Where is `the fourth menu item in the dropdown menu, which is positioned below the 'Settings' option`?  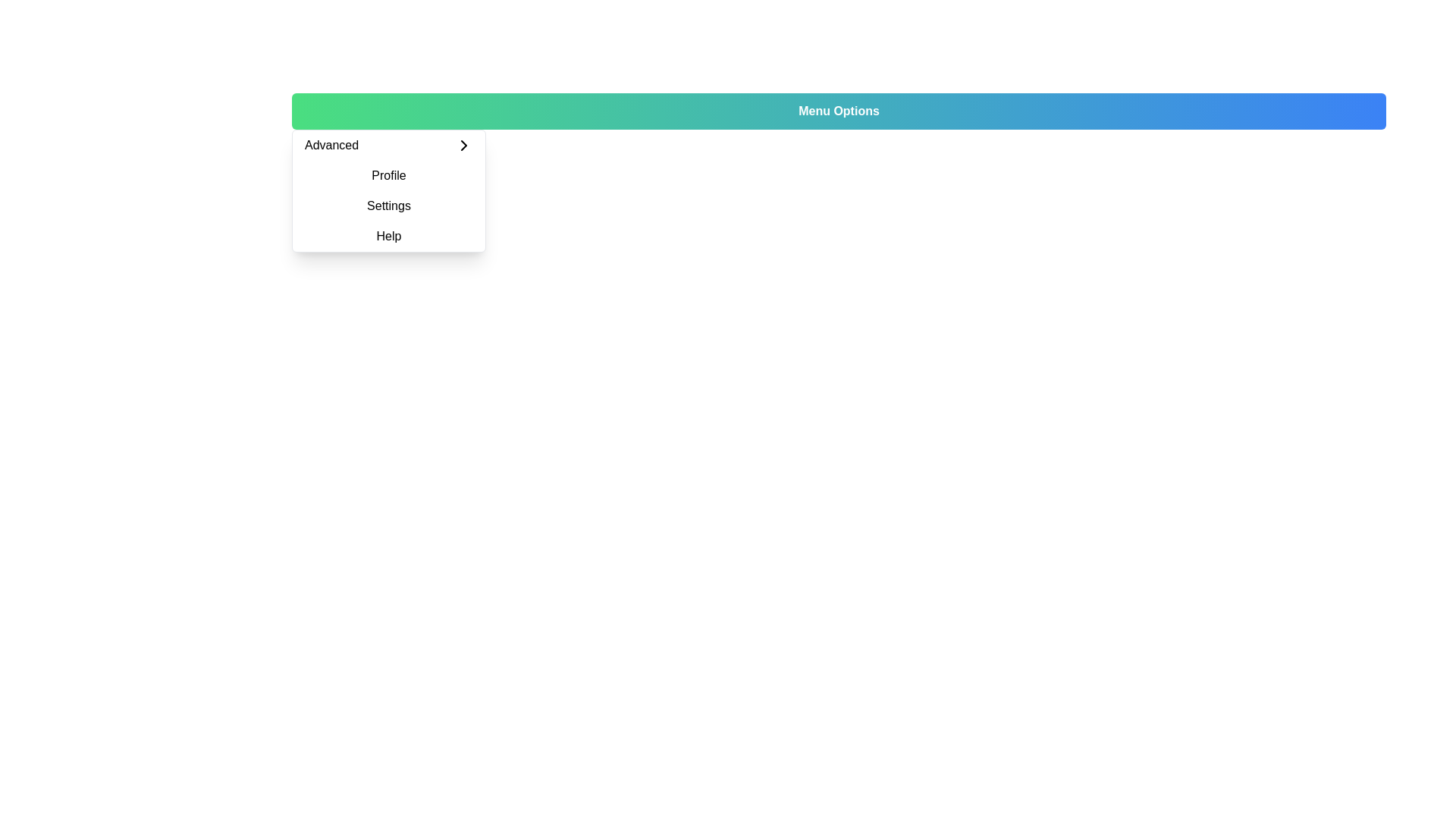
the fourth menu item in the dropdown menu, which is positioned below the 'Settings' option is located at coordinates (389, 237).